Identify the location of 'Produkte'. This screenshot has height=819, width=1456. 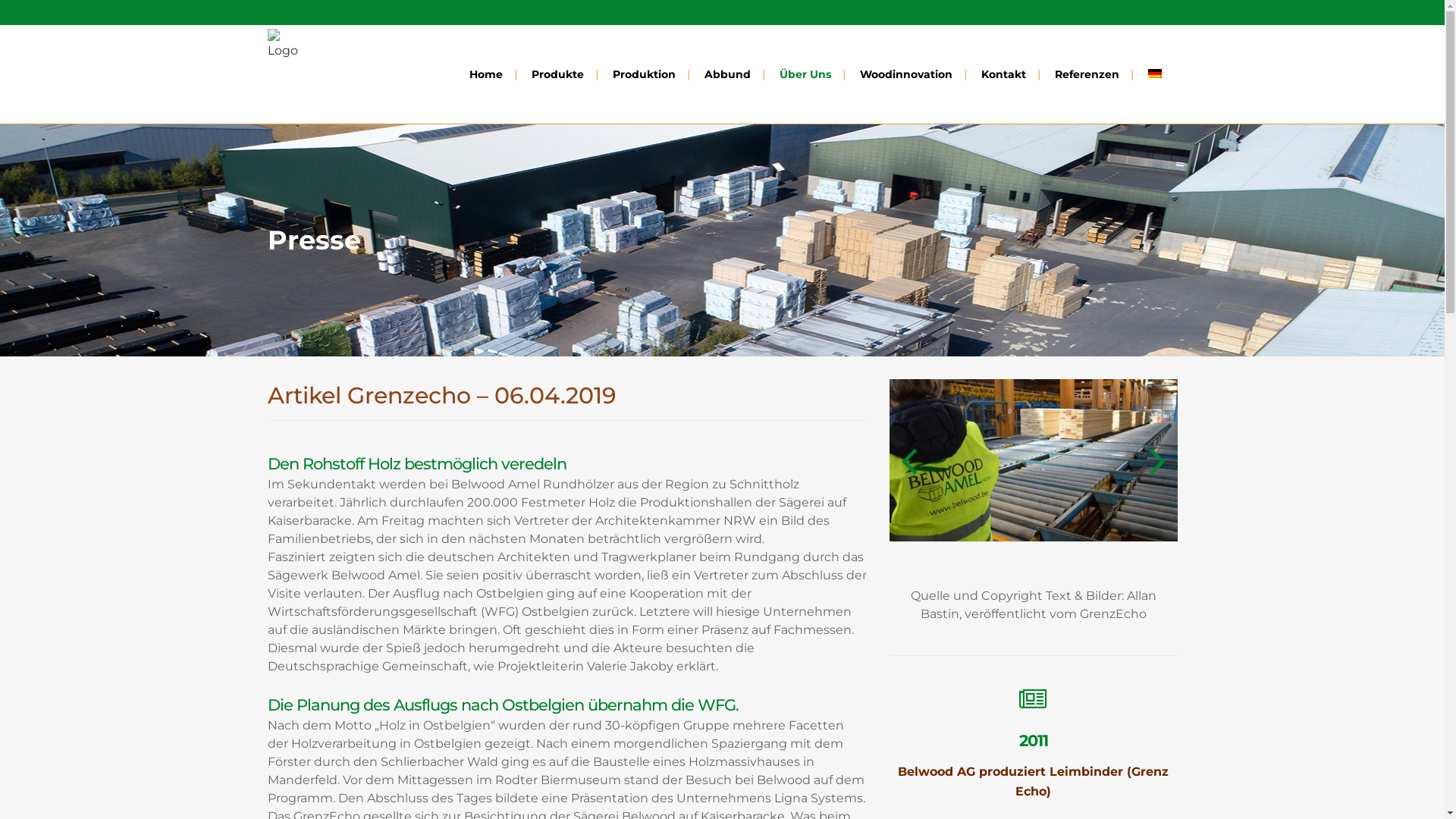
(557, 74).